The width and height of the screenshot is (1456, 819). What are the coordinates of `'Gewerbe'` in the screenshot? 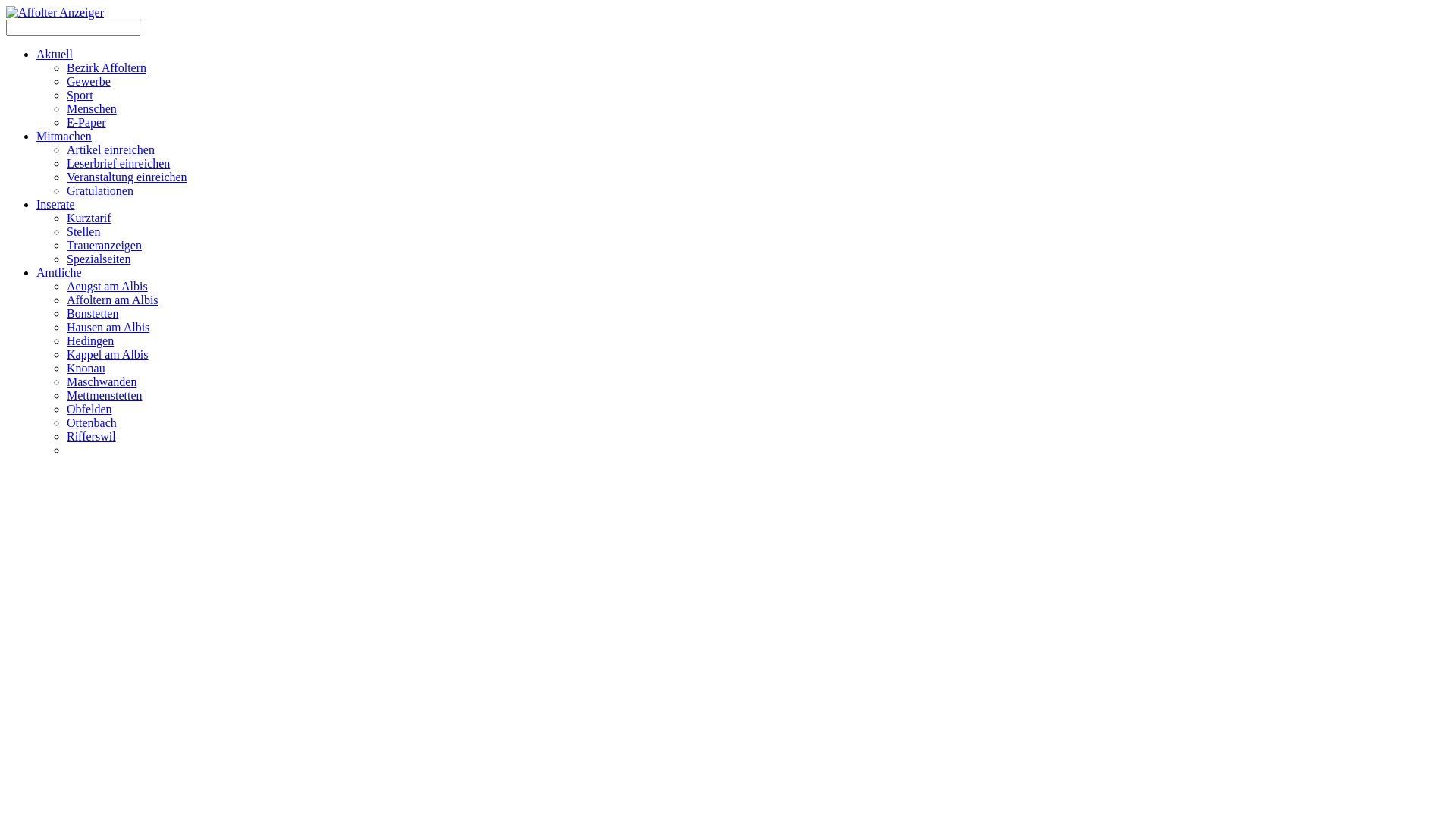 It's located at (87, 81).